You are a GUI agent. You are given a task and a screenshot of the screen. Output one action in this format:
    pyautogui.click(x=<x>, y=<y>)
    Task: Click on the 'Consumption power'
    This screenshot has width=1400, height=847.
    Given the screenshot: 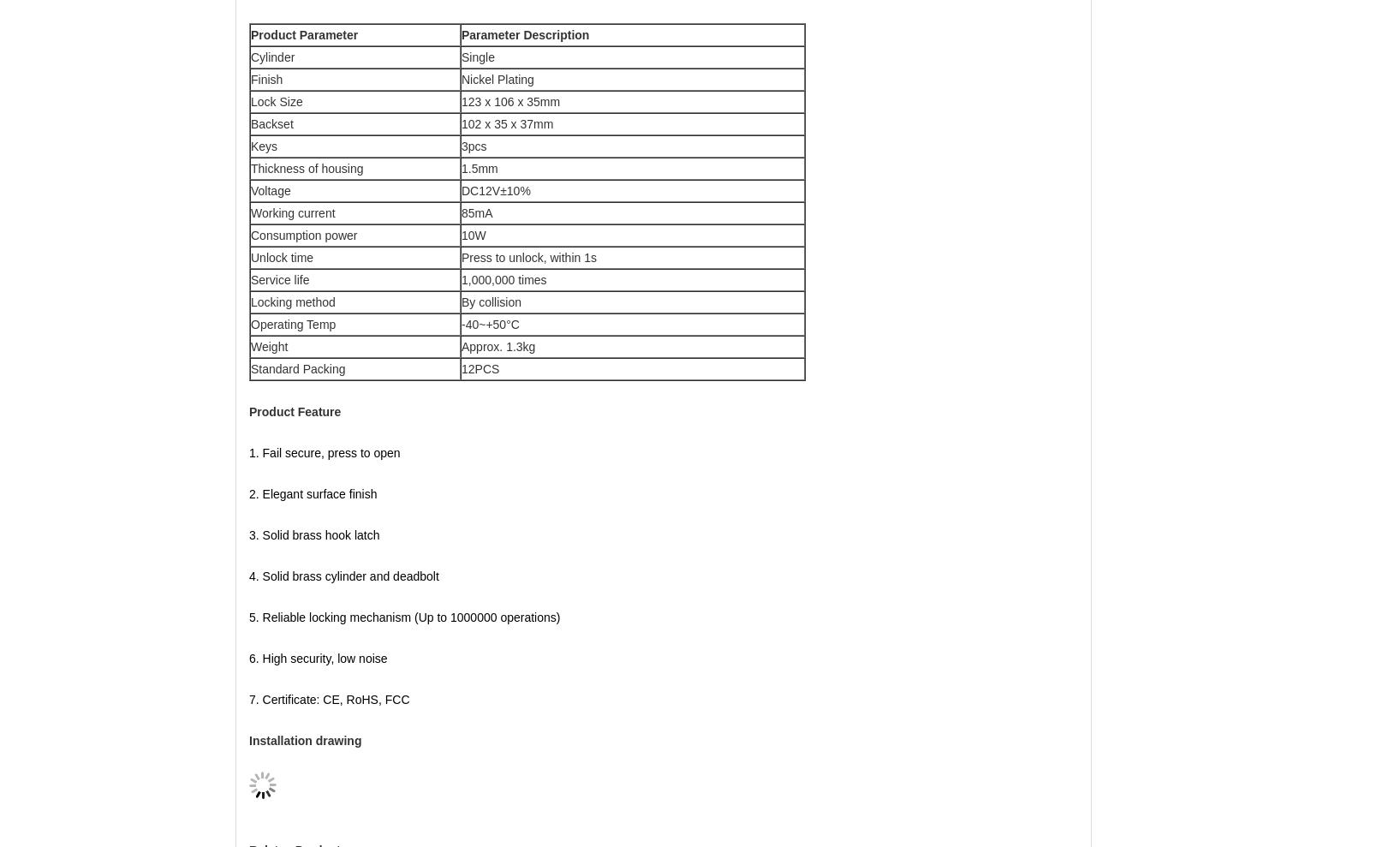 What is the action you would take?
    pyautogui.click(x=250, y=235)
    